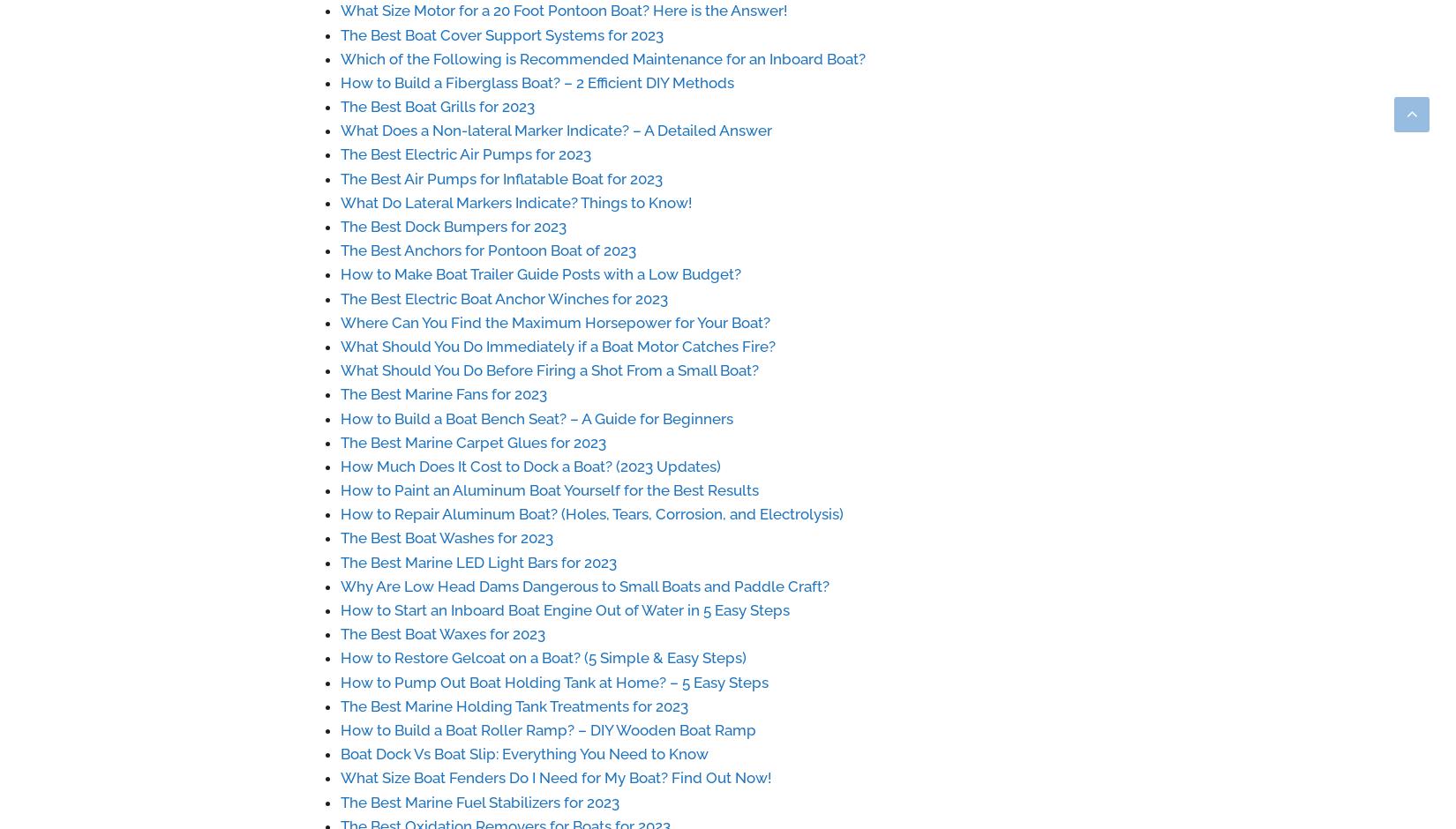  What do you see at coordinates (529, 464) in the screenshot?
I see `'How Much Does It Cost to Dock a Boat? (2023 Updates)'` at bounding box center [529, 464].